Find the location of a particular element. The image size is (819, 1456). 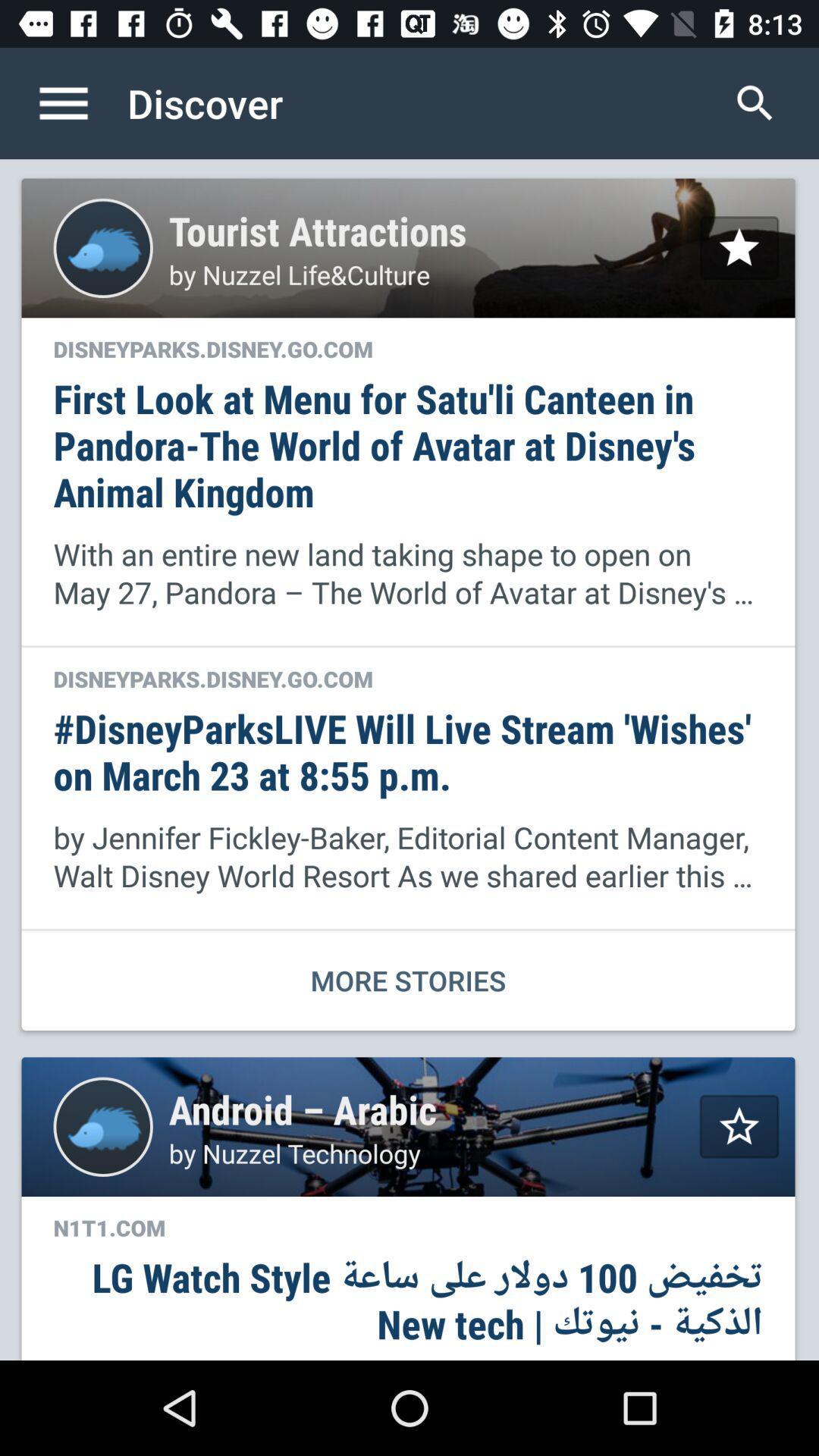

click for menu is located at coordinates (79, 102).